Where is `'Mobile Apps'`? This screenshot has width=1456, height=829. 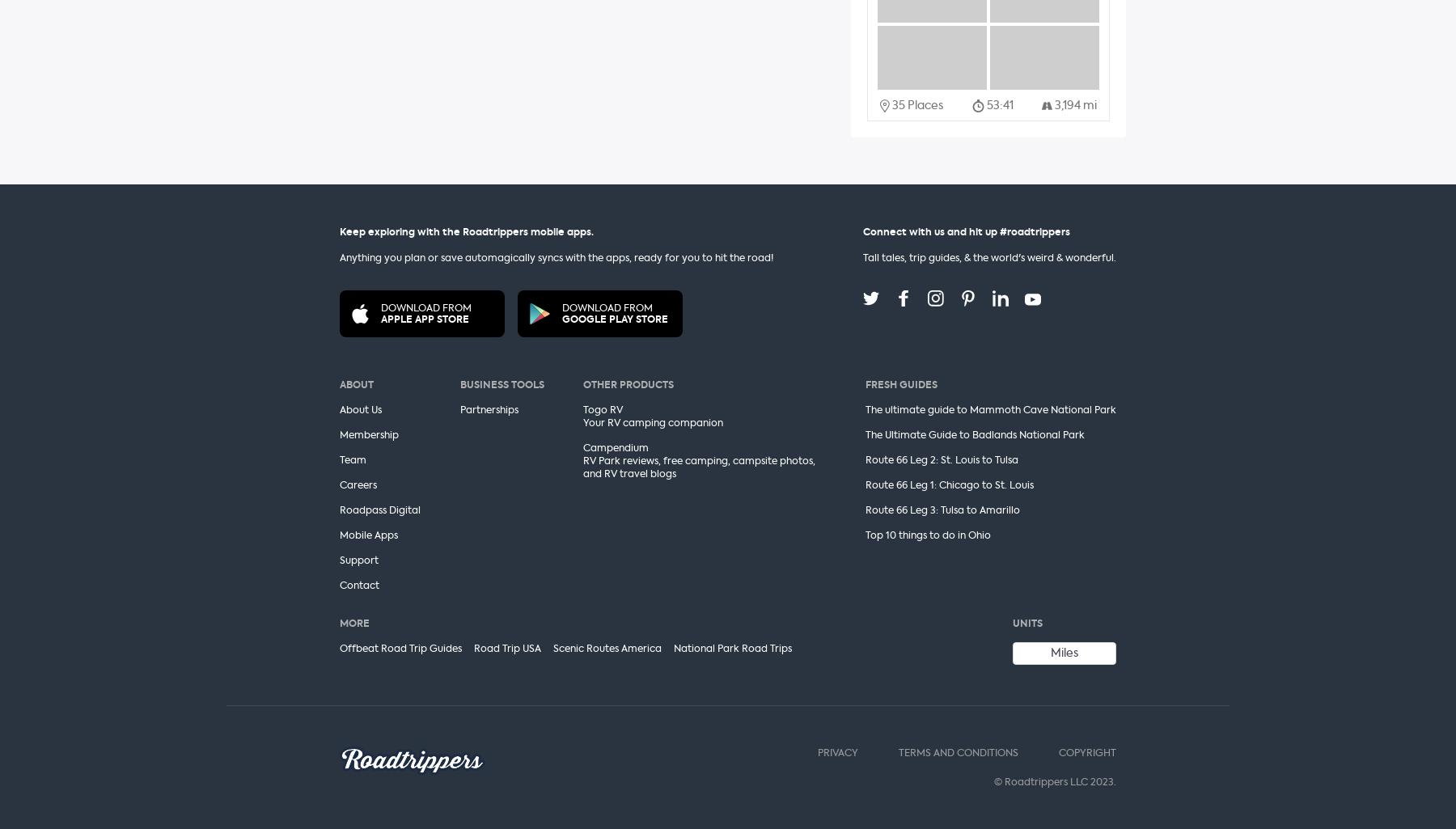
'Mobile Apps' is located at coordinates (367, 535).